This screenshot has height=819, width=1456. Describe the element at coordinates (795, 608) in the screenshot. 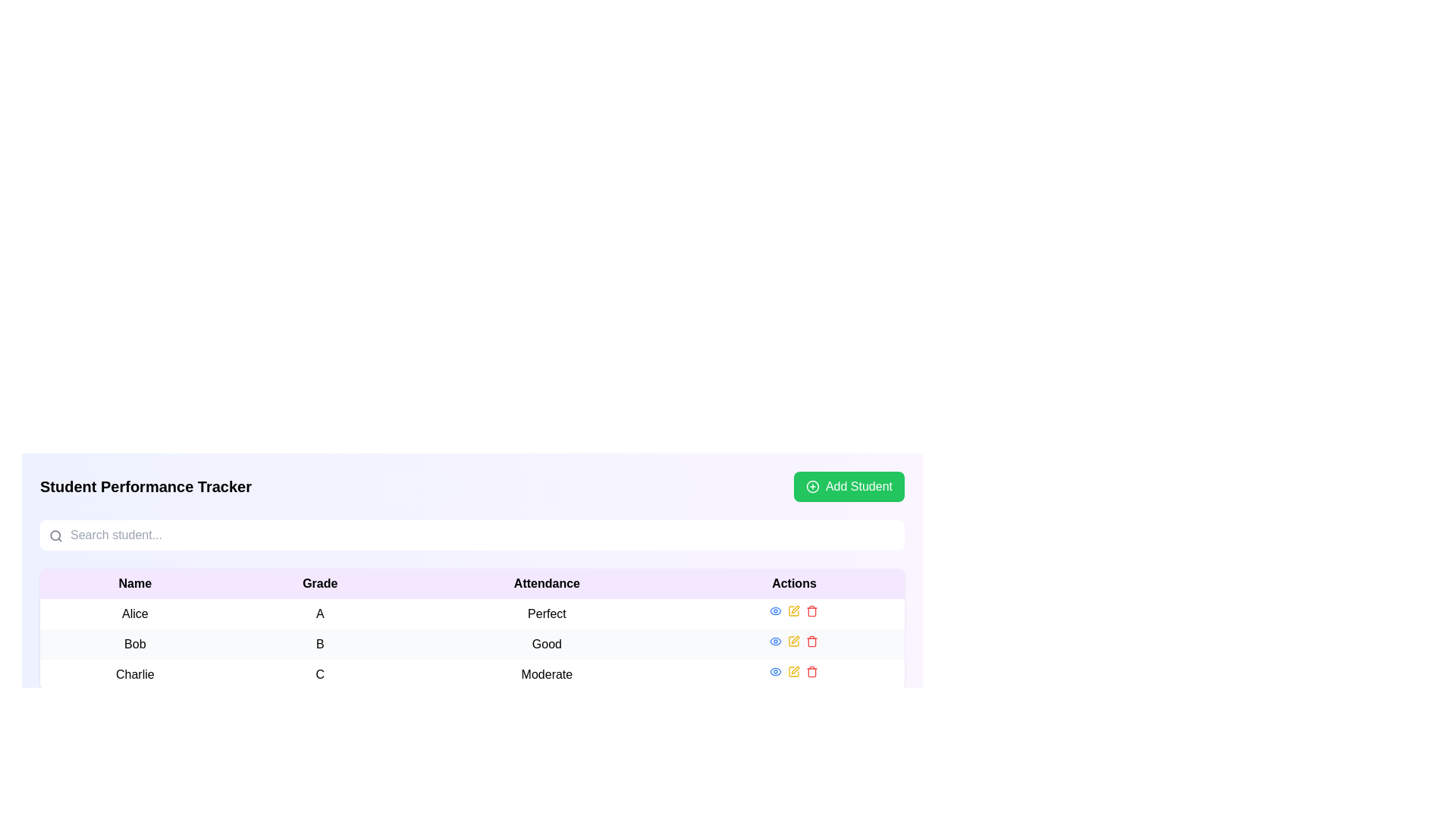

I see `the pen or edit icon located in the 'Actions' column of the table for the student named 'Alice', which is the second icon in the row, positioned between the view and delete icons` at that location.